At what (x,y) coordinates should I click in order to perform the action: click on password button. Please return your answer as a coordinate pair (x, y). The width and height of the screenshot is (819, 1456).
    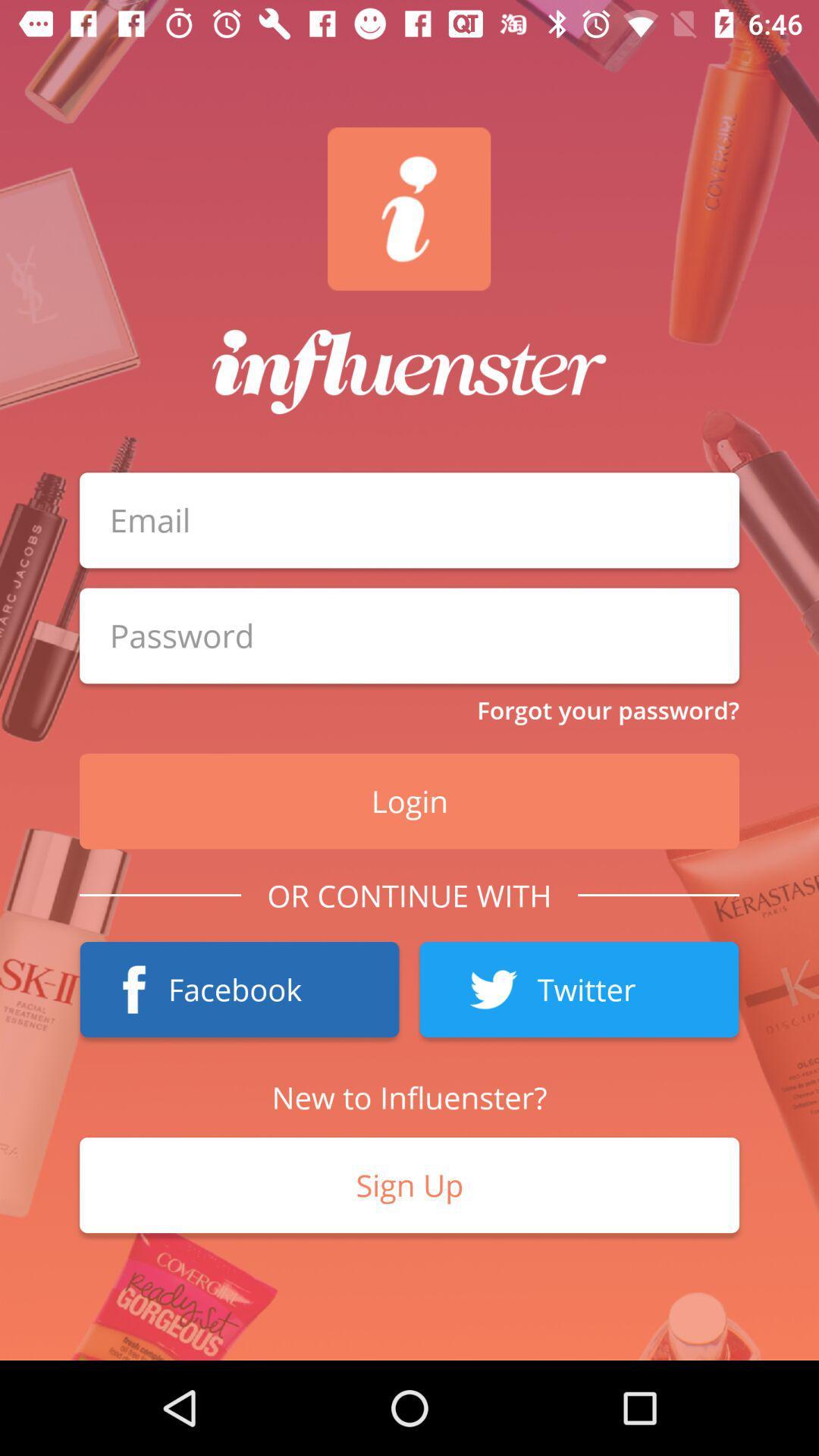
    Looking at the image, I should click on (409, 635).